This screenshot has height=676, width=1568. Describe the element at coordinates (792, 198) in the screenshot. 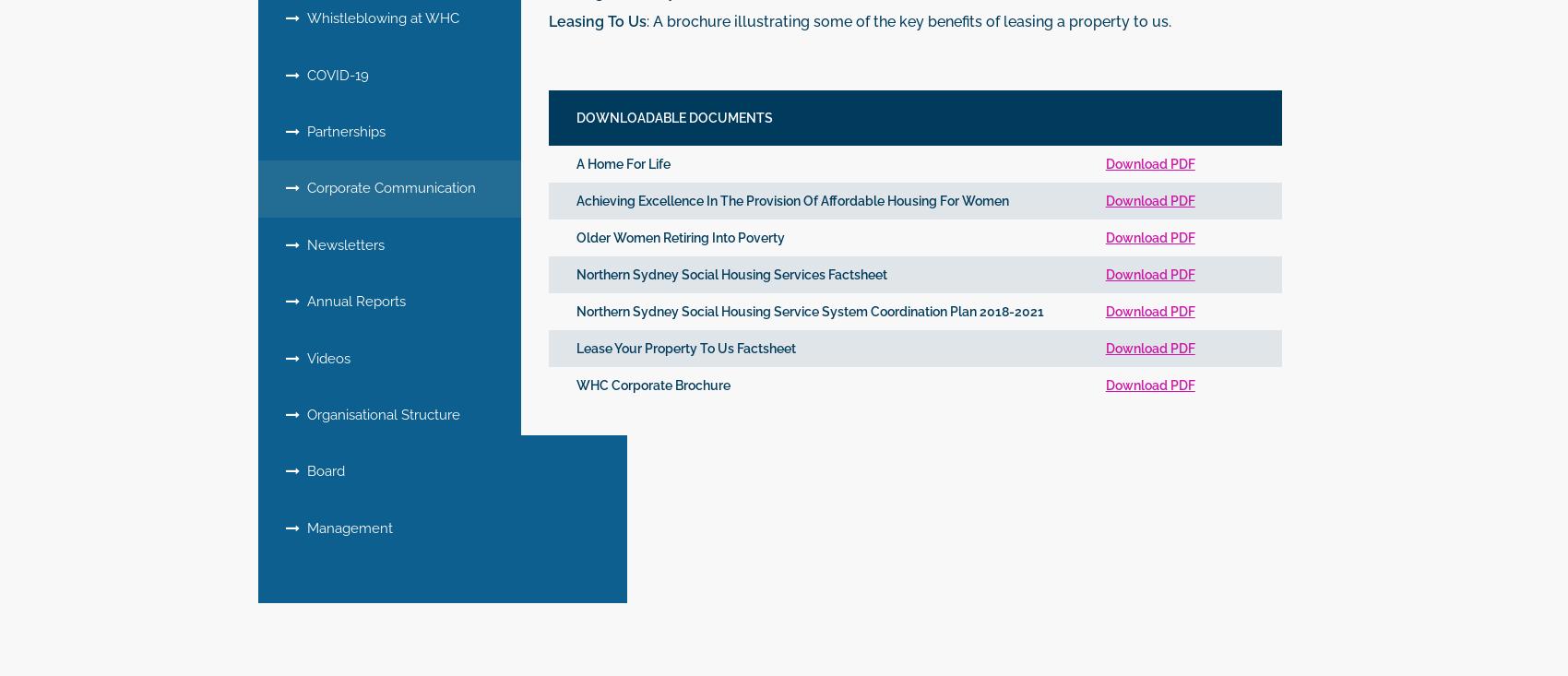

I see `'Achieving Excellence In The Provision Of Affordable Housing For Women'` at that location.